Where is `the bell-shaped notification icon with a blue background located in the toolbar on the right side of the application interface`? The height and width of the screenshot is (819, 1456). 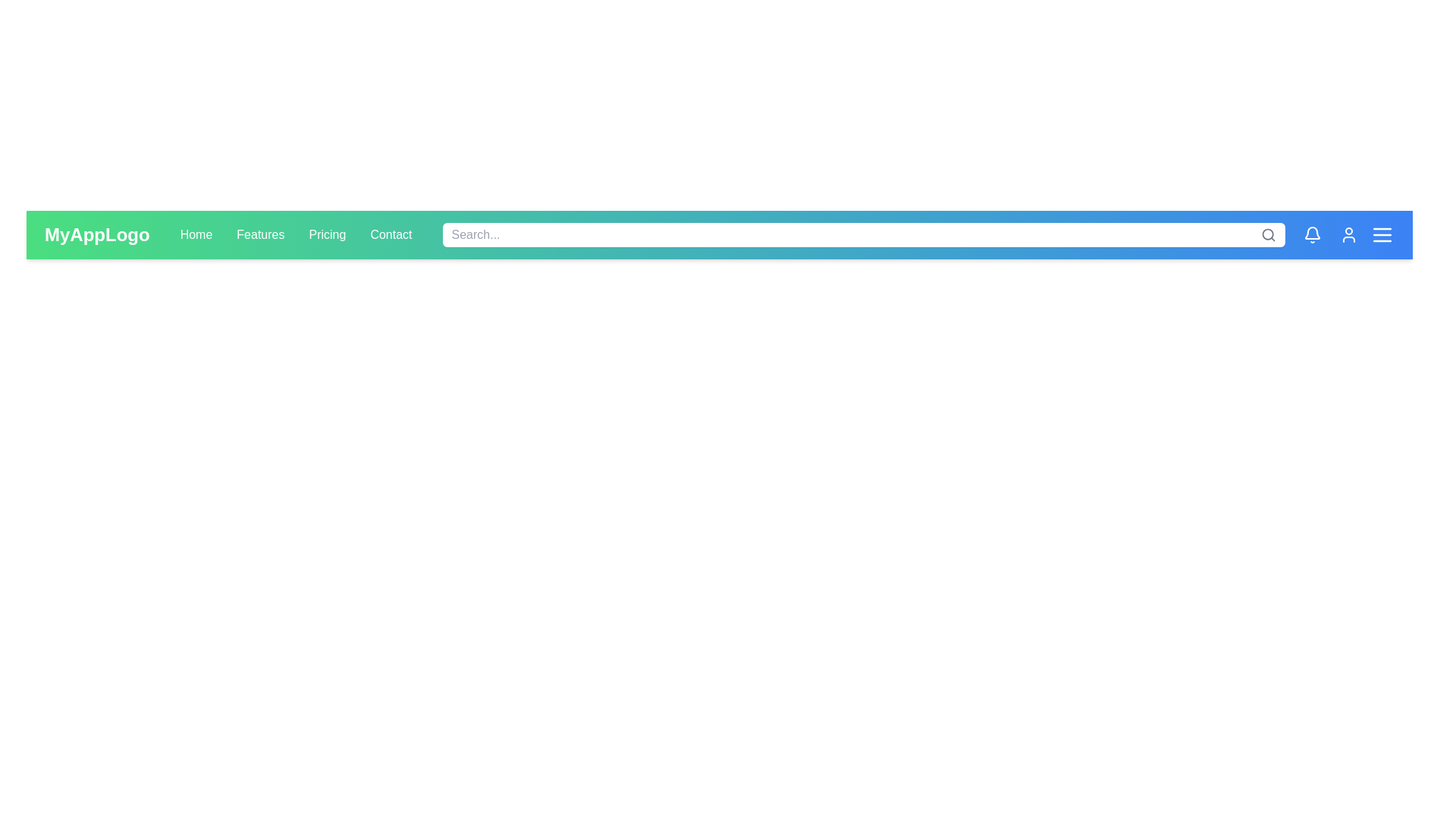
the bell-shaped notification icon with a blue background located in the toolbar on the right side of the application interface is located at coordinates (1312, 233).